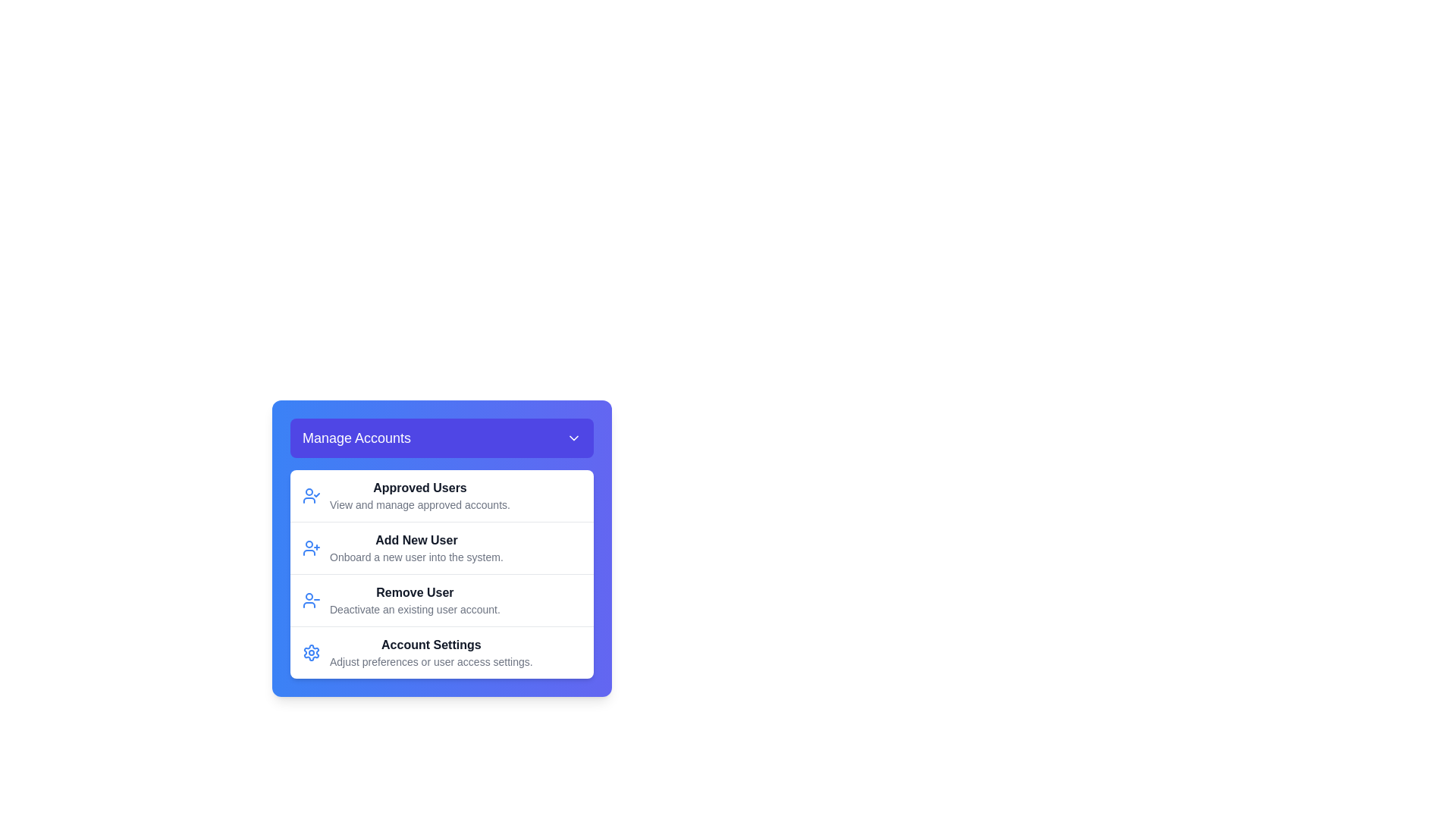 This screenshot has height=819, width=1456. Describe the element at coordinates (430, 661) in the screenshot. I see `static informational text that says 'Adjust preferences or user access settings.' positioned beneath the 'Account Settings' title` at that location.